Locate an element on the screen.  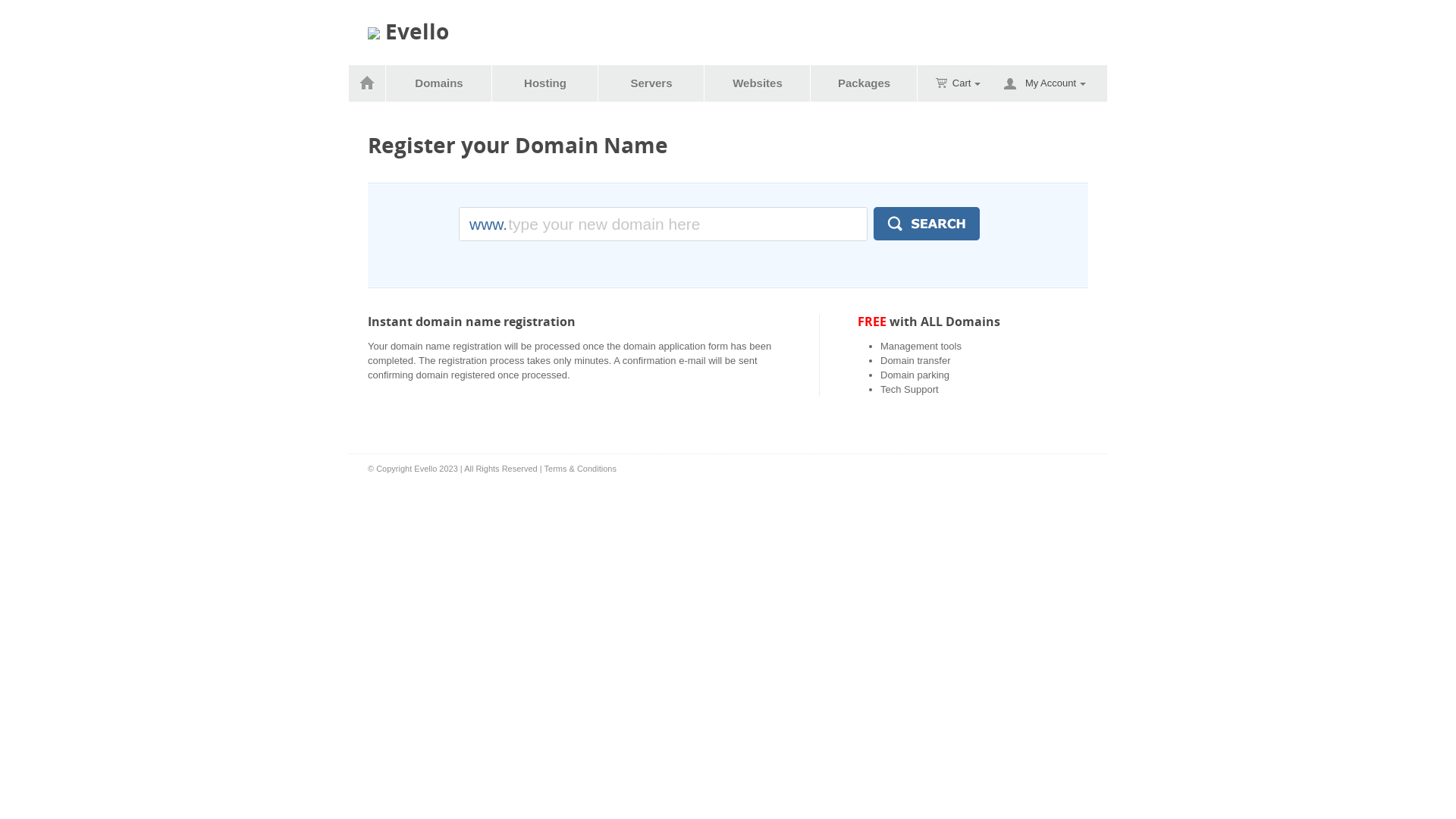
'Hosting' is located at coordinates (492, 83).